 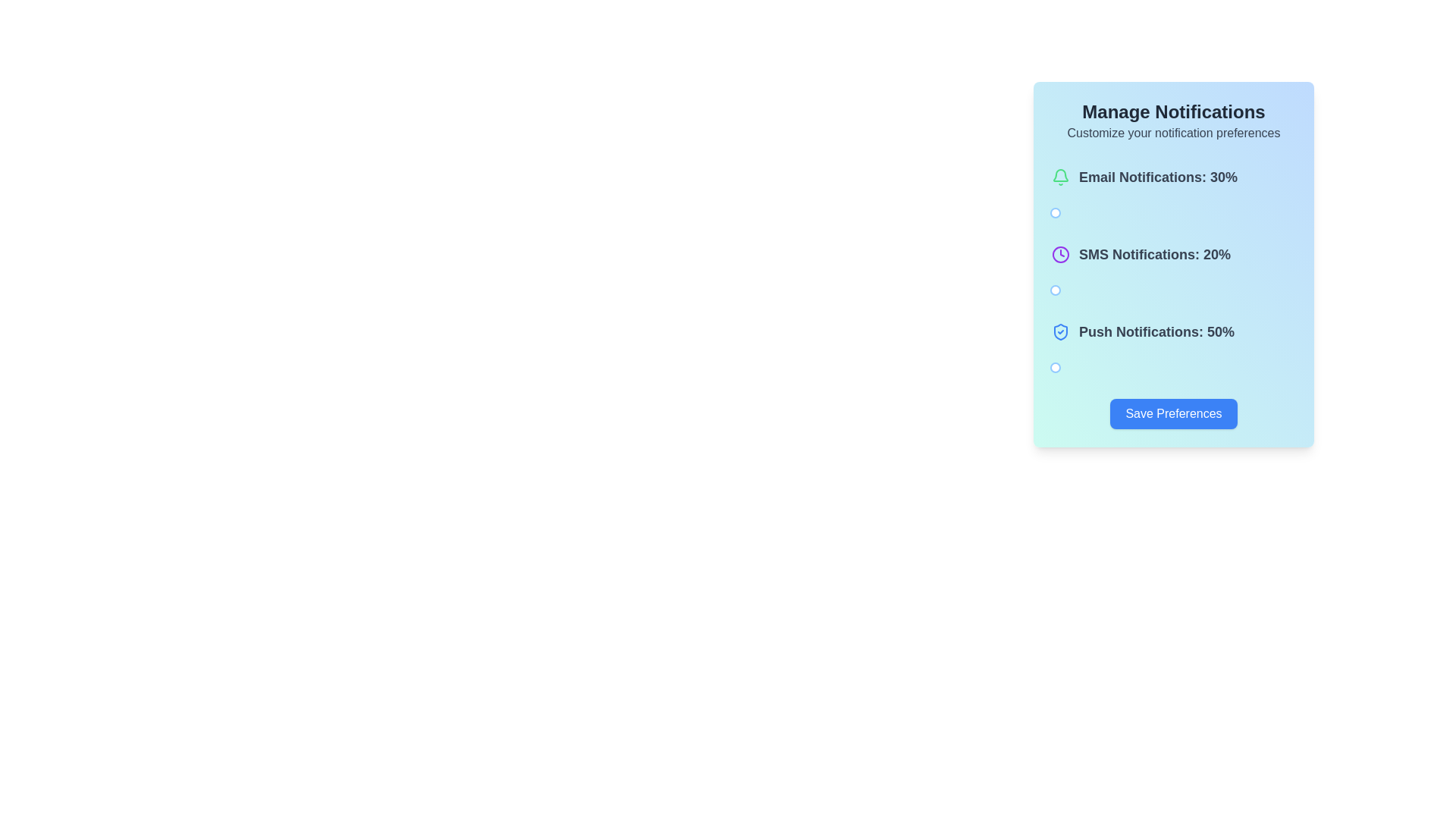 I want to click on the shield icon representing the security aspect of the Push Notifications feature, which is the outermost shape located third among the notification preferences, so click(x=1059, y=331).